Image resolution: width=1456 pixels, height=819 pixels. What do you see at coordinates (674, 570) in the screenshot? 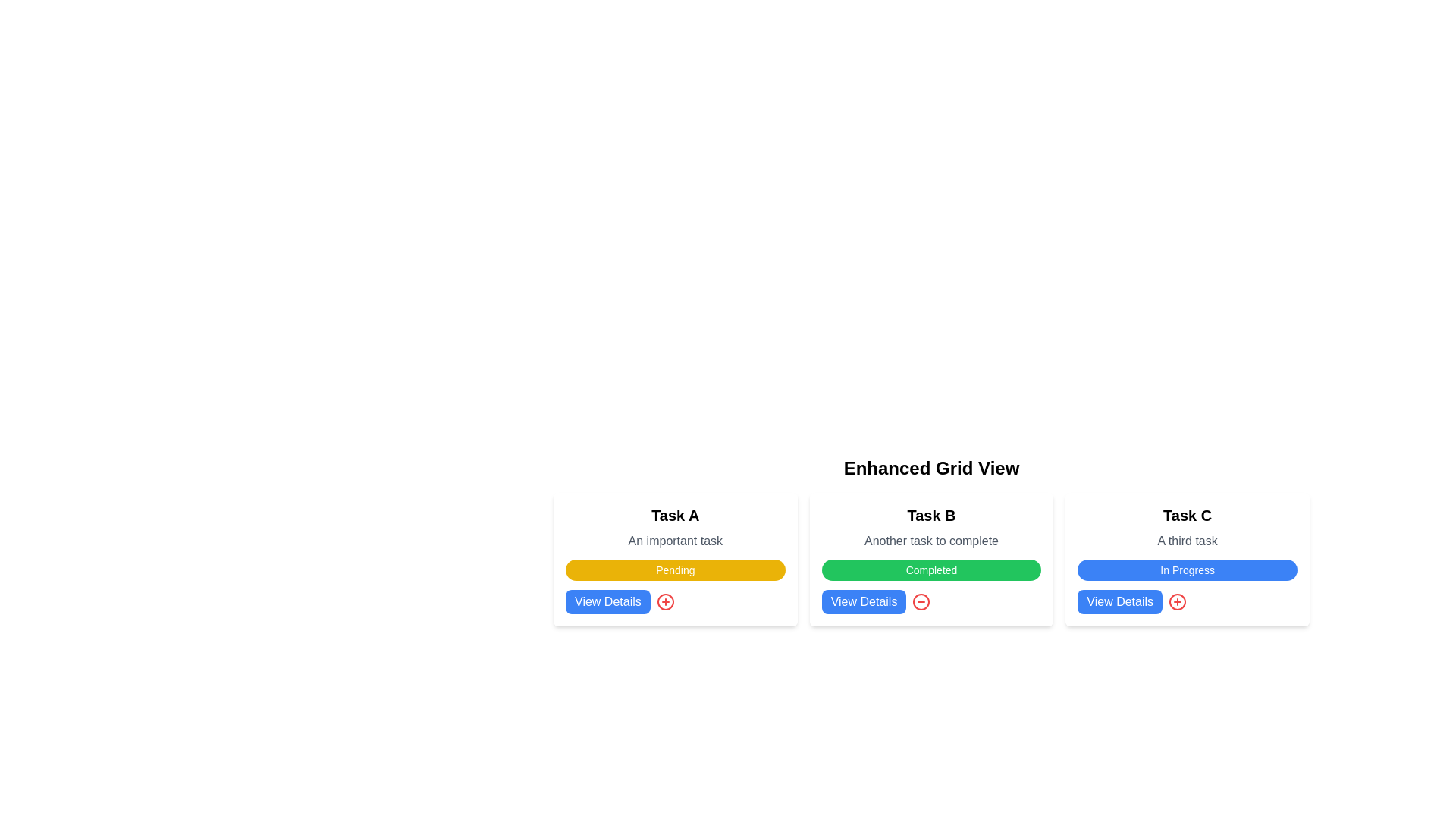
I see `the rectangular label with rounded edges that has a yellow background and white text reading 'Pending', which is located within the card for 'Task A'` at bounding box center [674, 570].